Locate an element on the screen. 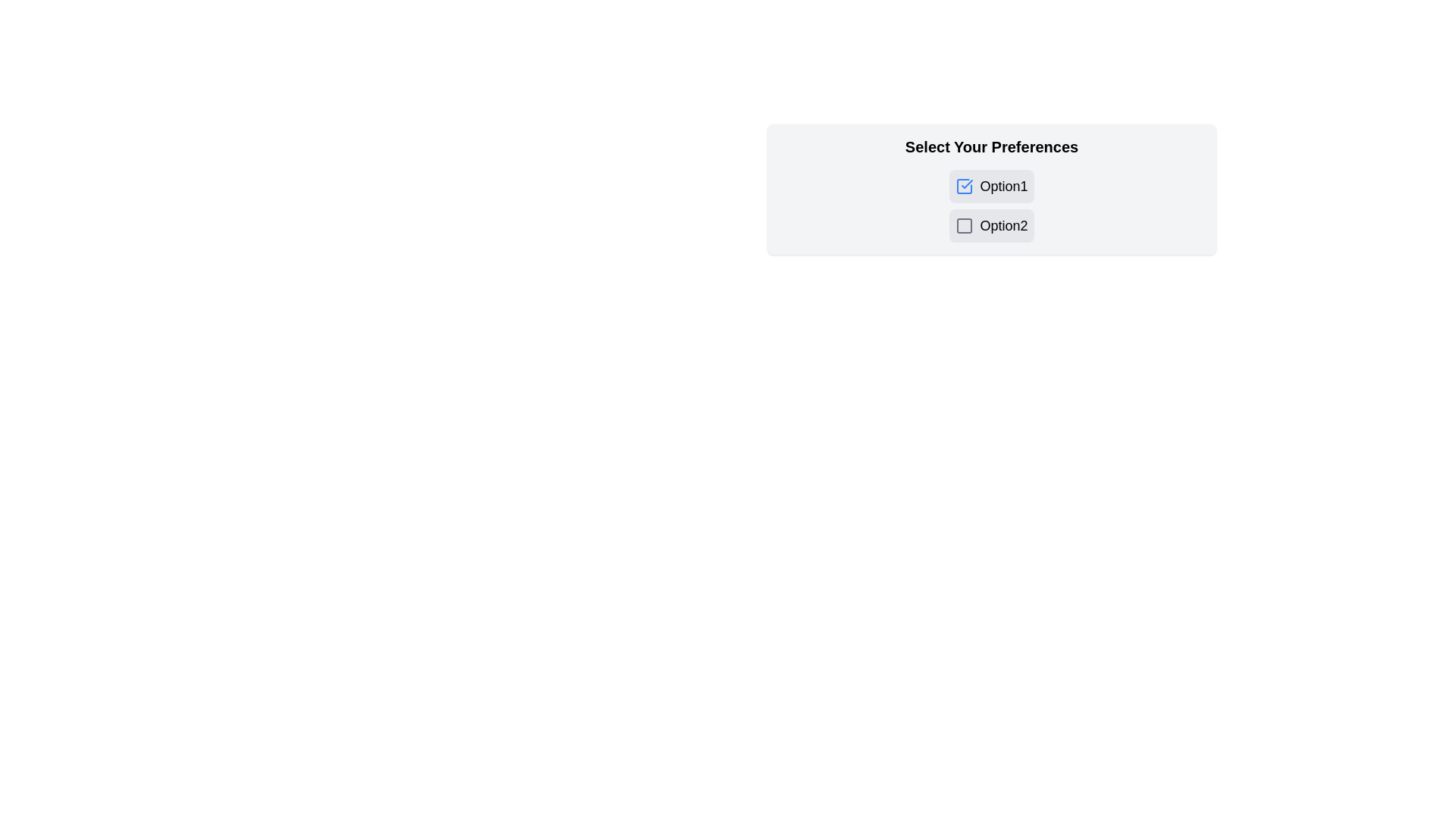 This screenshot has height=819, width=1456. the checkbox with label that is the second option in the vertical list for reordering is located at coordinates (991, 225).